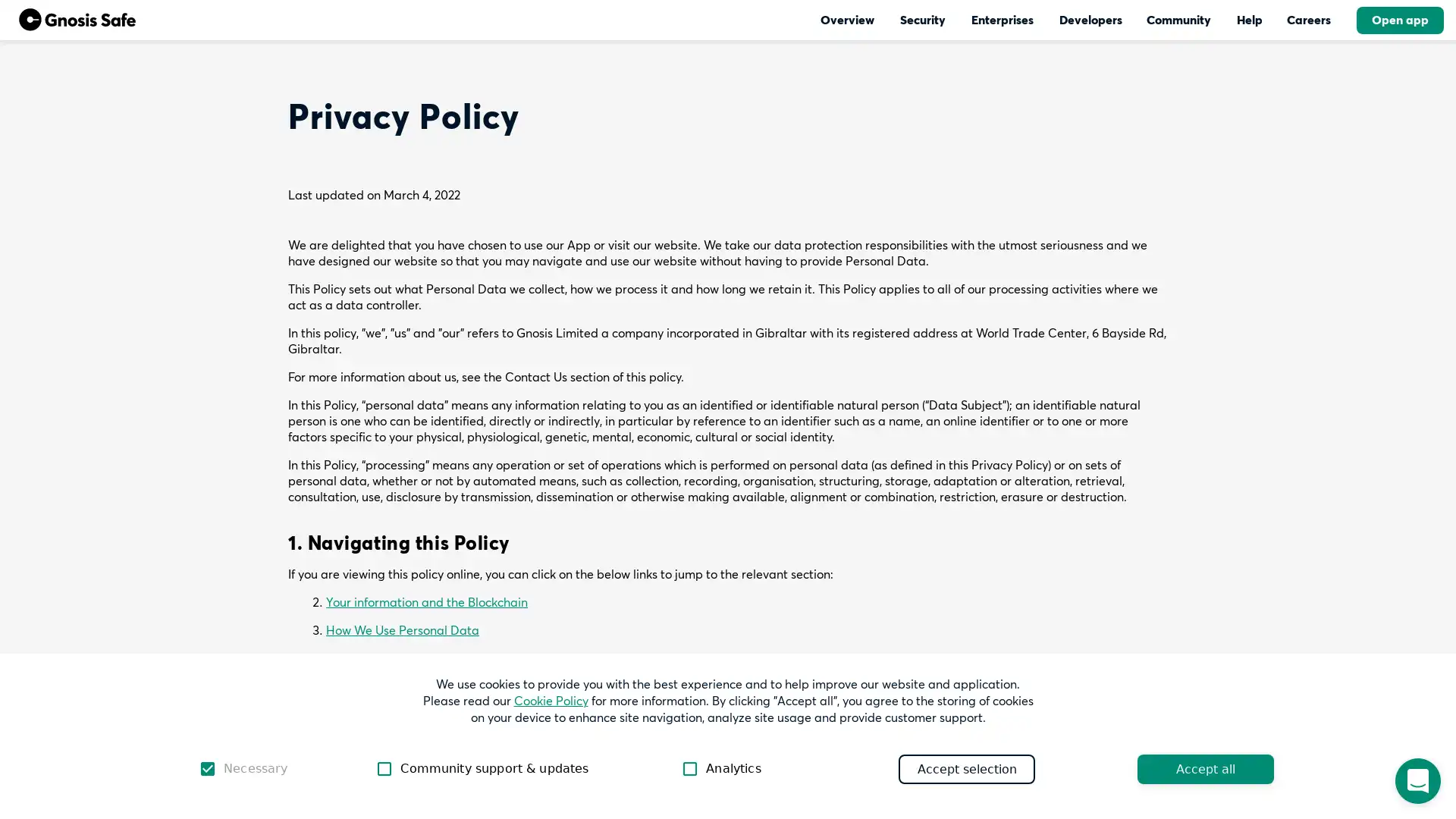 The height and width of the screenshot is (819, 1456). What do you see at coordinates (1204, 768) in the screenshot?
I see `Accept all` at bounding box center [1204, 768].